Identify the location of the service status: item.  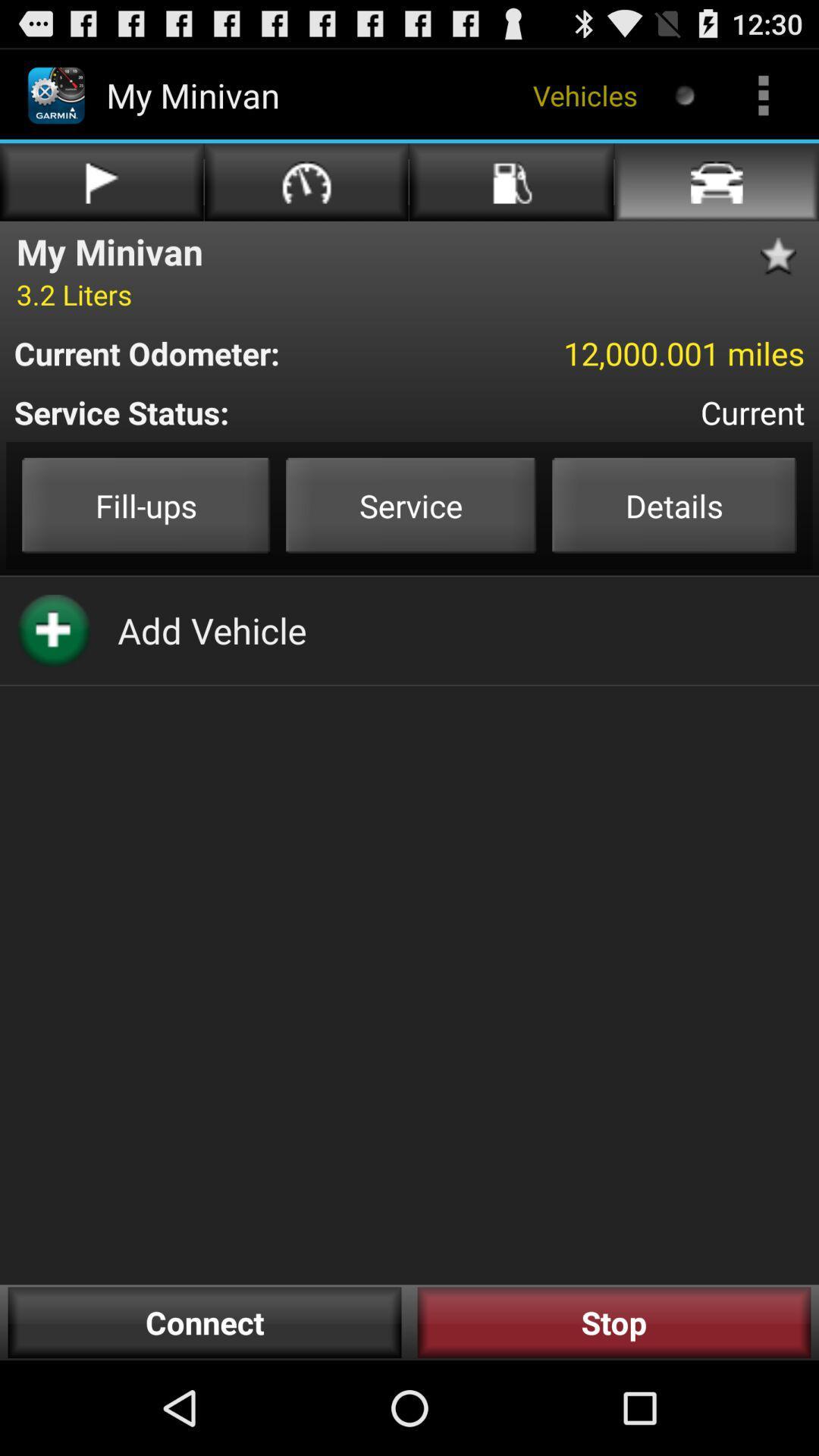
(239, 412).